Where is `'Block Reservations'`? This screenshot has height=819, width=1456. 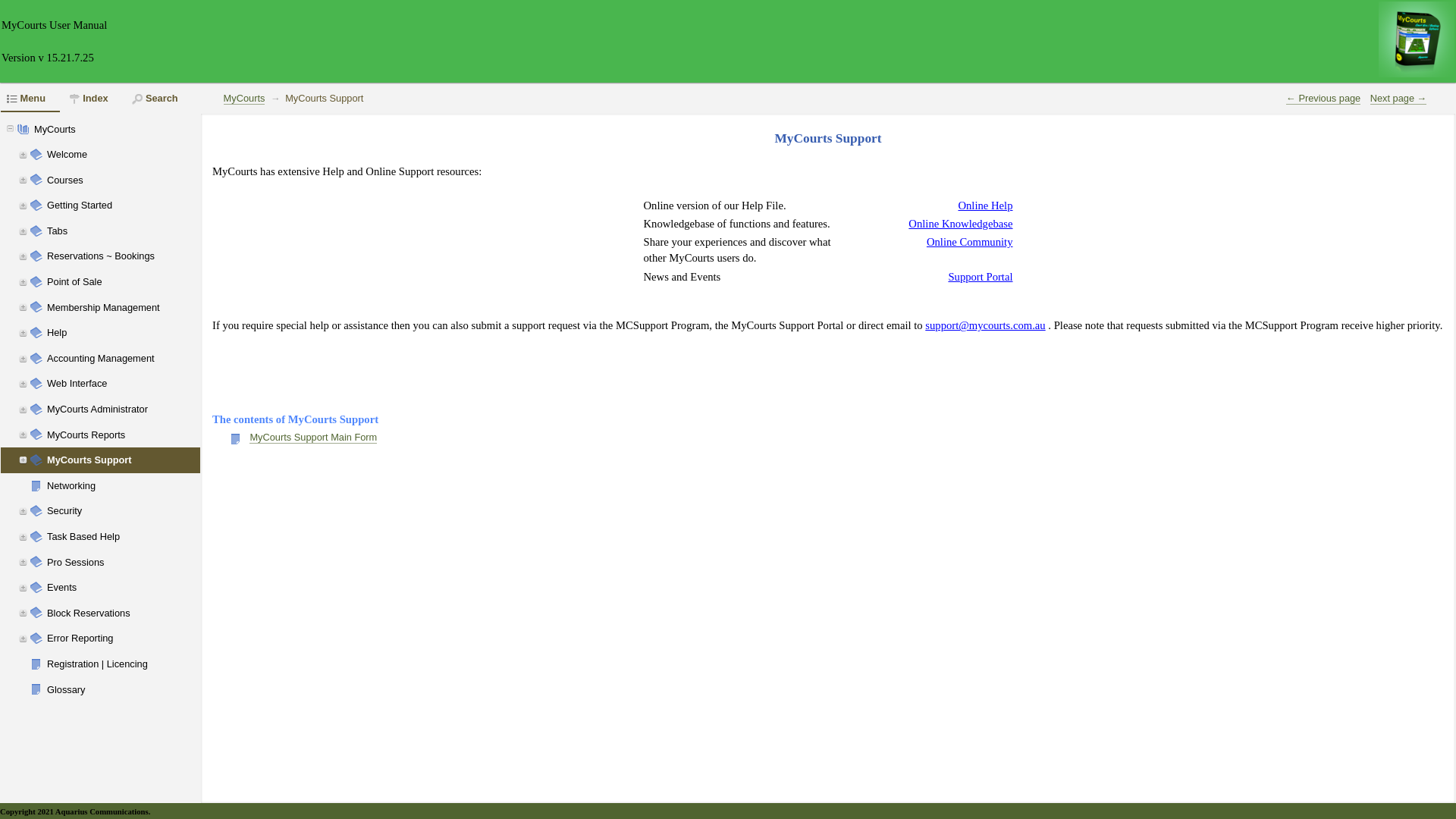
'Block Reservations' is located at coordinates (143, 613).